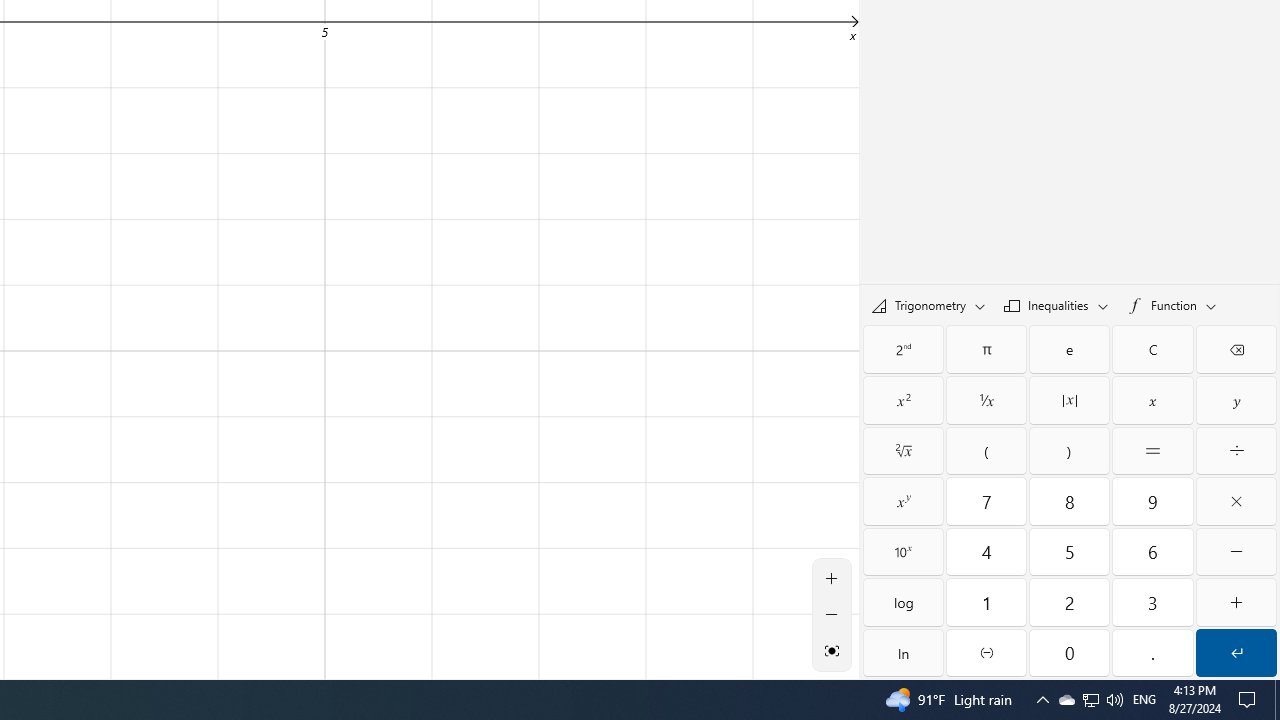 The width and height of the screenshot is (1280, 720). What do you see at coordinates (902, 551) in the screenshot?
I see `'Ten to the exponent'` at bounding box center [902, 551].